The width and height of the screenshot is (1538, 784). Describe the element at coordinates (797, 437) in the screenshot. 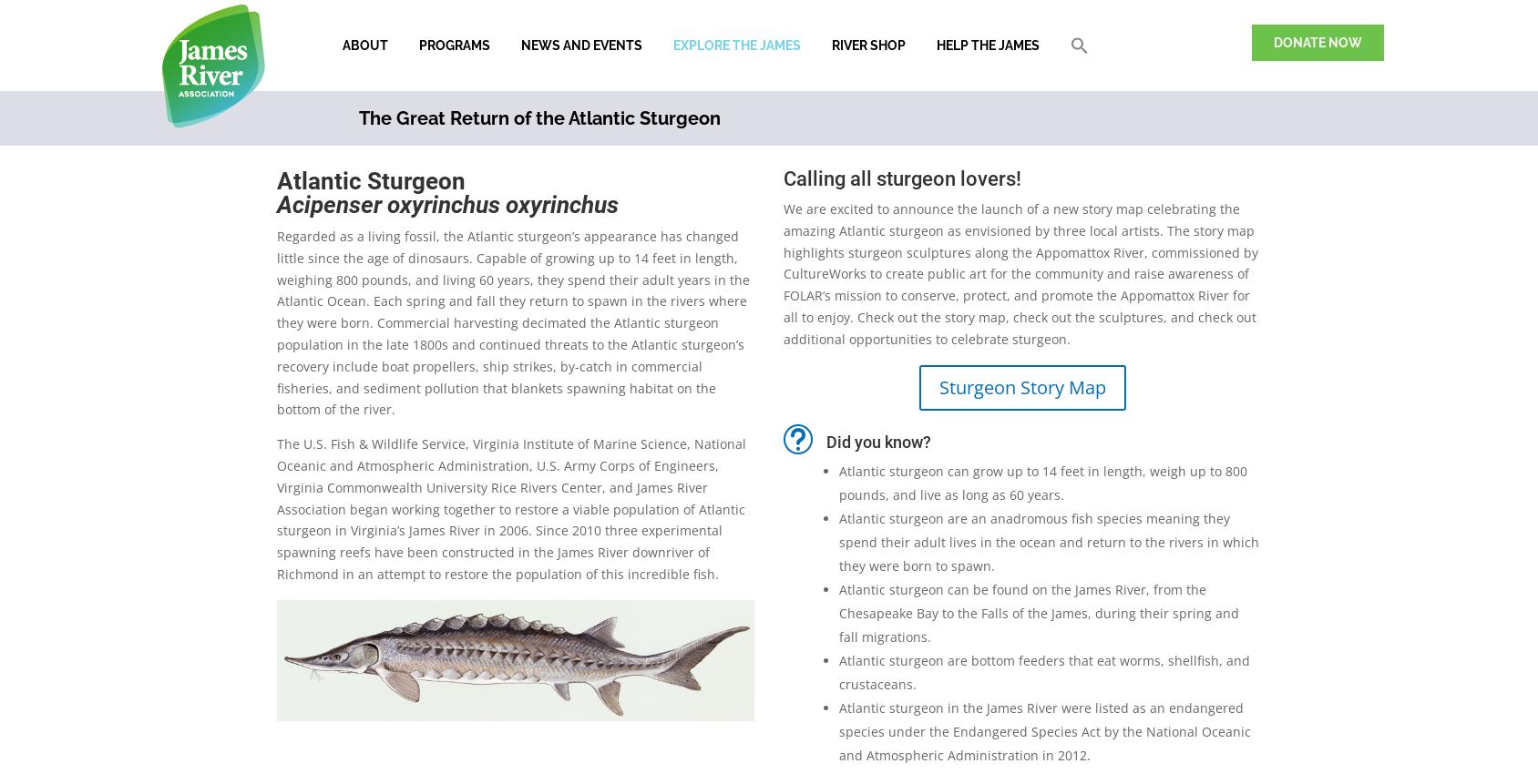

I see `'t'` at that location.